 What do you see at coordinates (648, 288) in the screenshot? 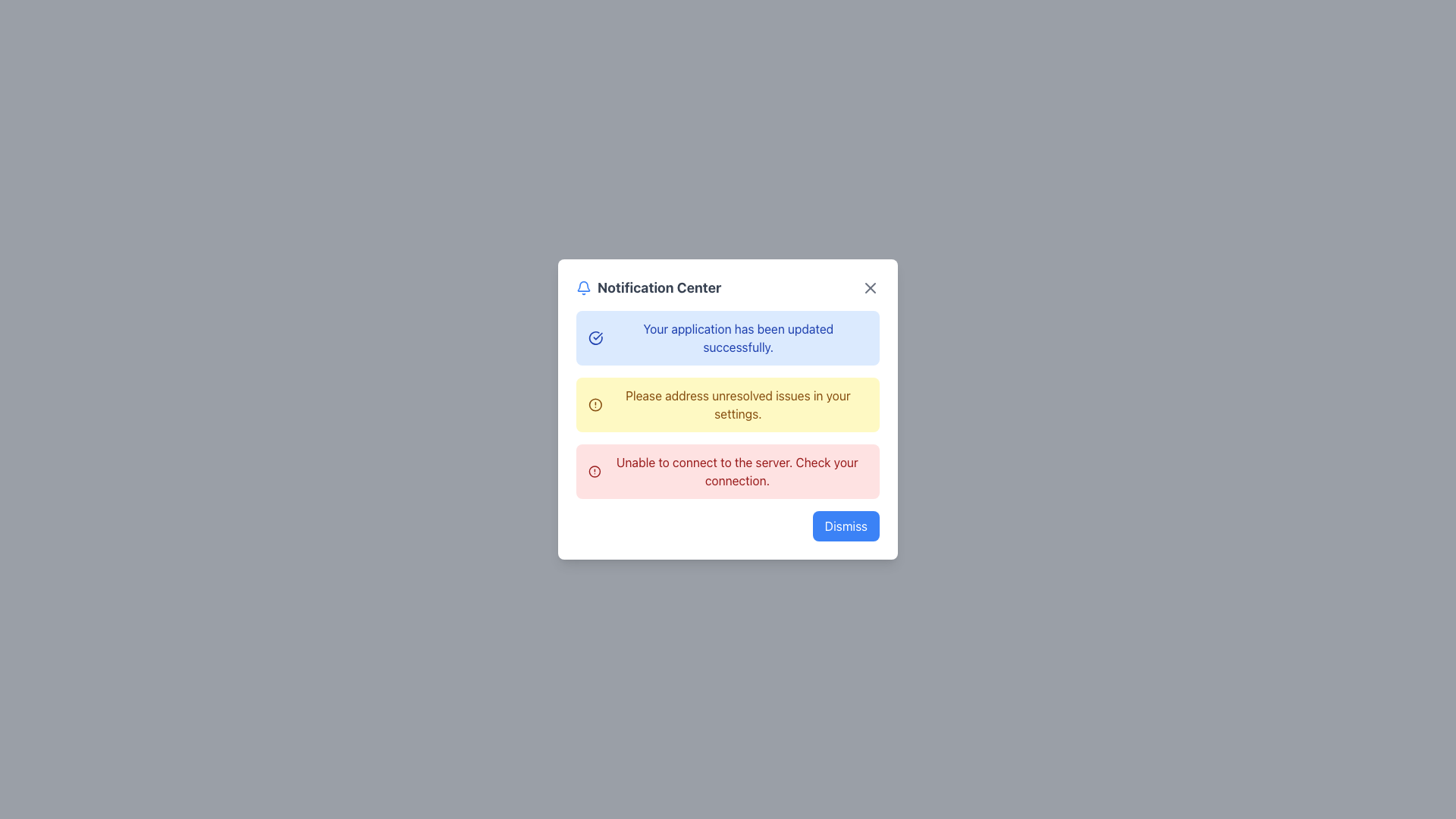
I see `'Notification Center' heading located at the top of the notification modal dialog by clicking on its center point` at bounding box center [648, 288].